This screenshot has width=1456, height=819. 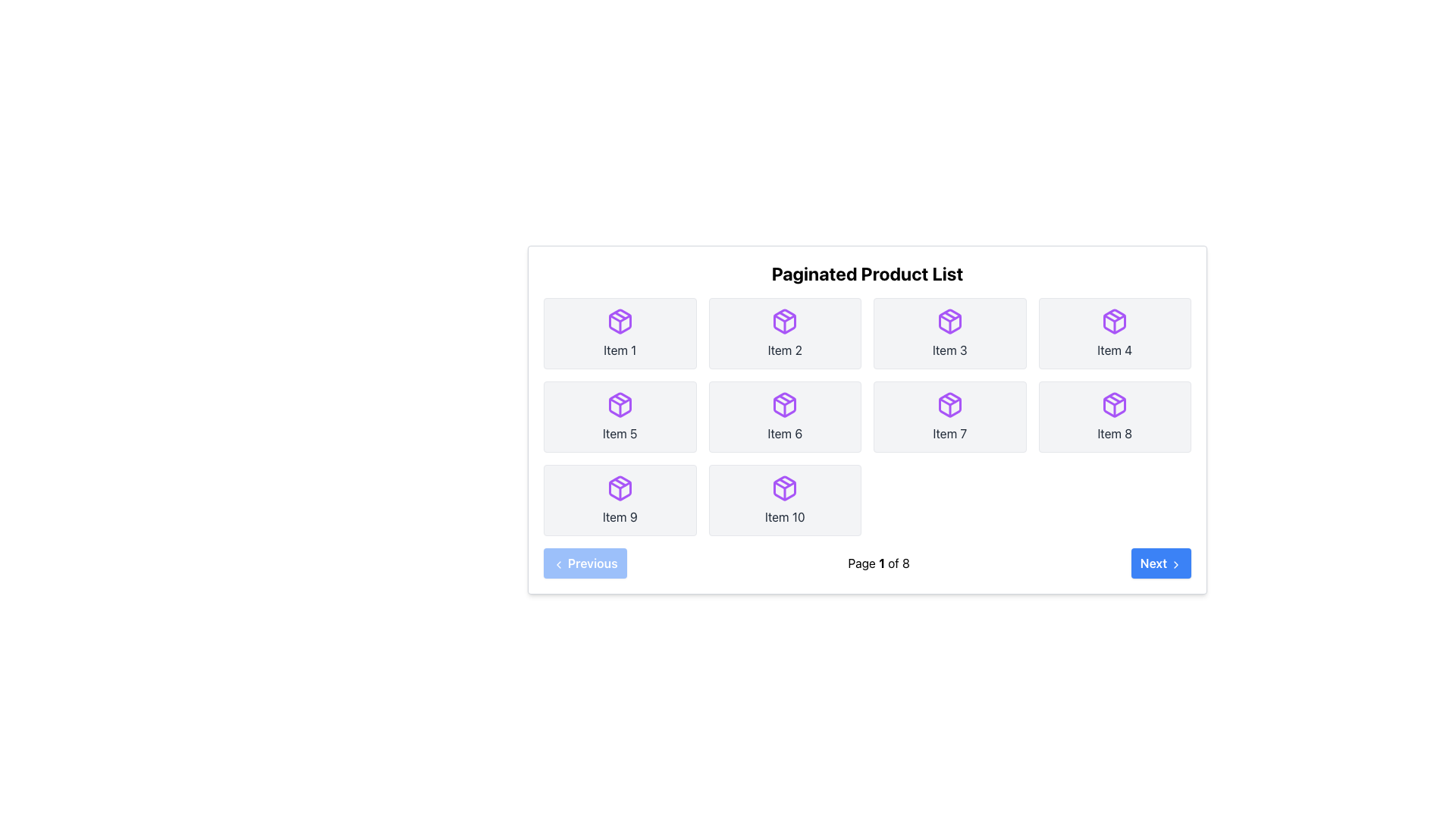 What do you see at coordinates (620, 488) in the screenshot?
I see `the icon representing 'Item 9' located in the third row, first column of the grid` at bounding box center [620, 488].